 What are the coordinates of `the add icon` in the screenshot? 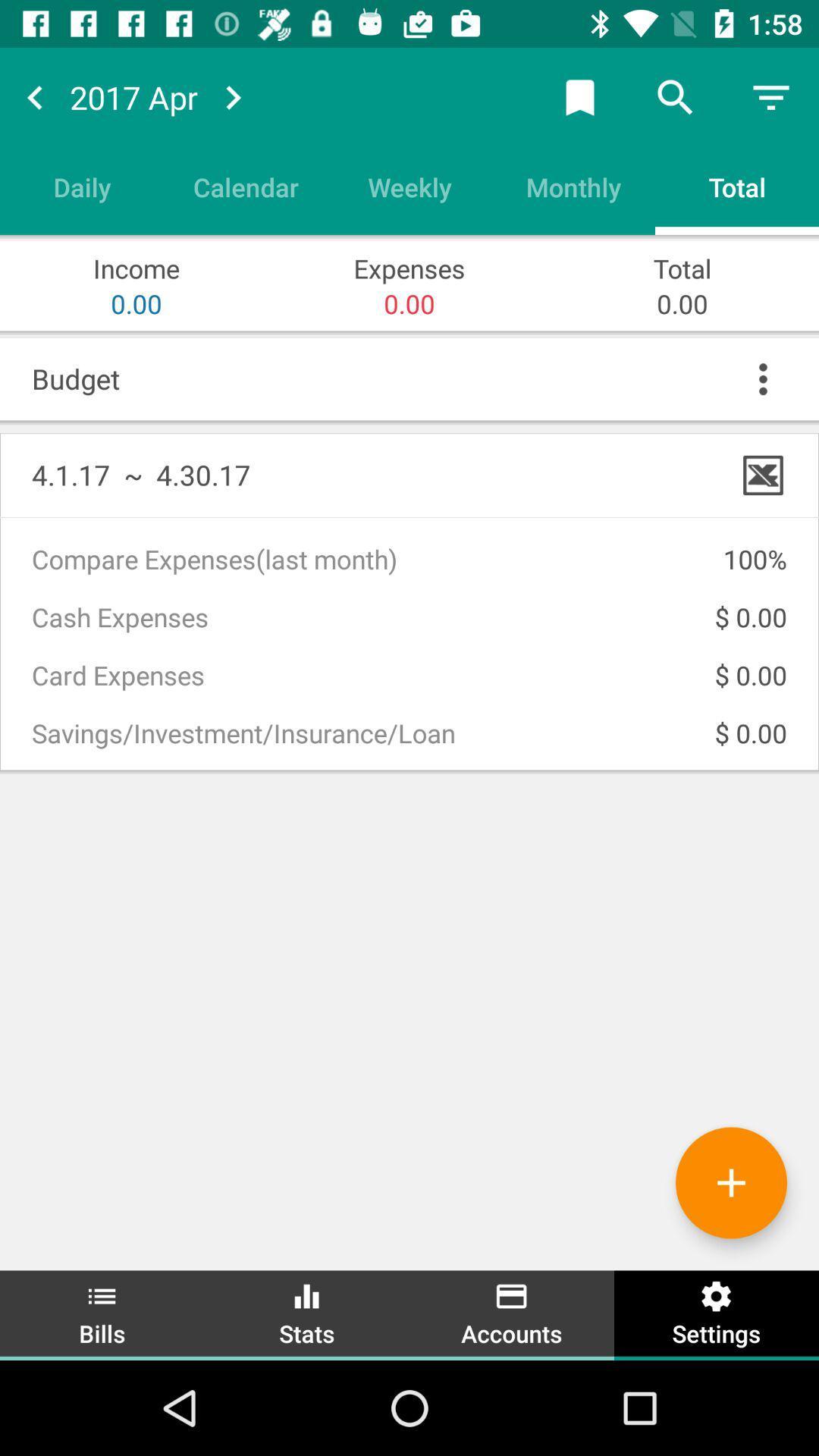 It's located at (754, 1194).